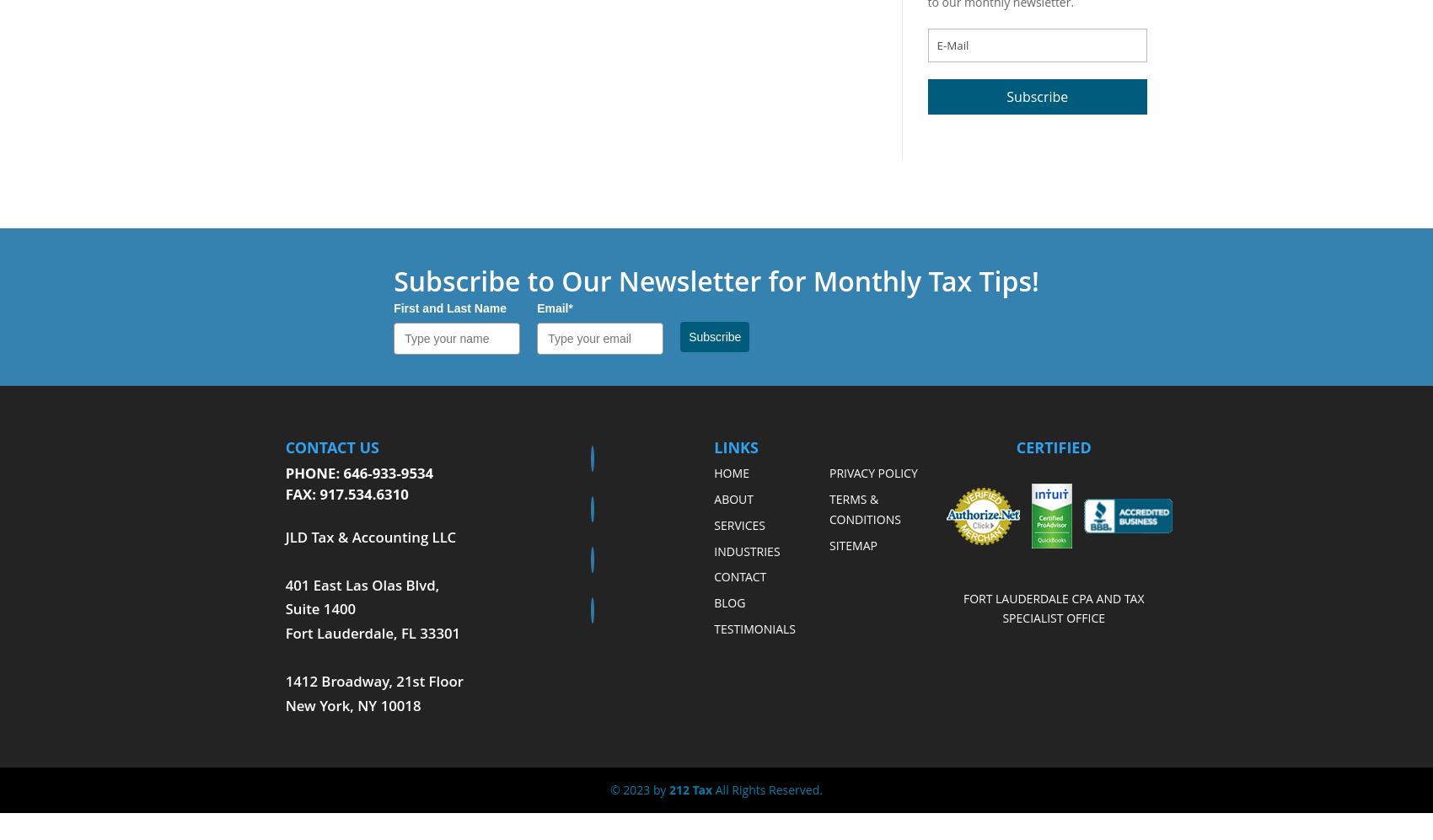  Describe the element at coordinates (346, 494) in the screenshot. I see `'FAX: 917.534.6310'` at that location.